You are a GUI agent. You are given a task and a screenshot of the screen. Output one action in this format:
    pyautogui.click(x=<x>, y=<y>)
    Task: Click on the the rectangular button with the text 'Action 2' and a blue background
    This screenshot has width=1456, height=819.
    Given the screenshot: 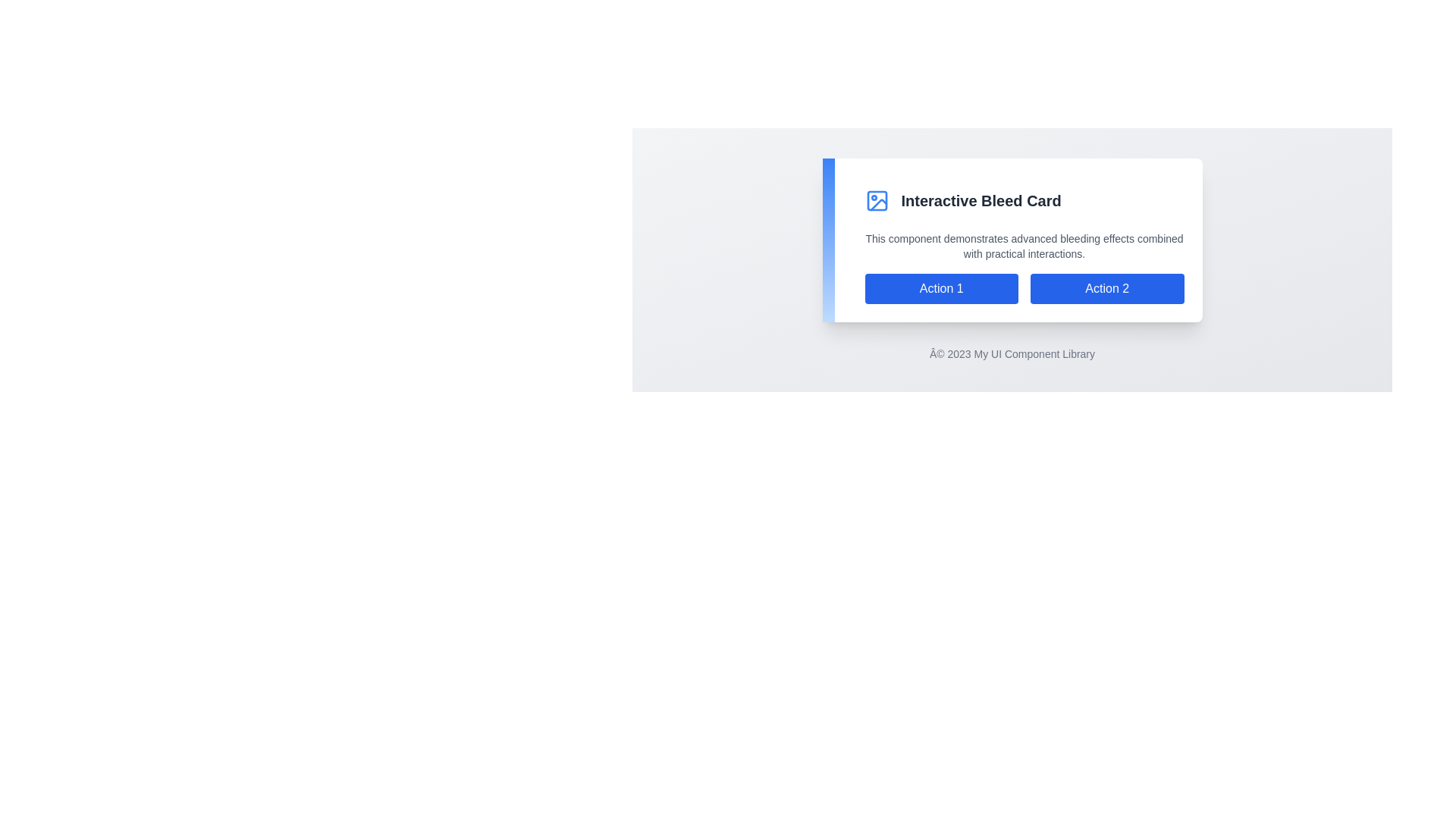 What is the action you would take?
    pyautogui.click(x=1107, y=289)
    